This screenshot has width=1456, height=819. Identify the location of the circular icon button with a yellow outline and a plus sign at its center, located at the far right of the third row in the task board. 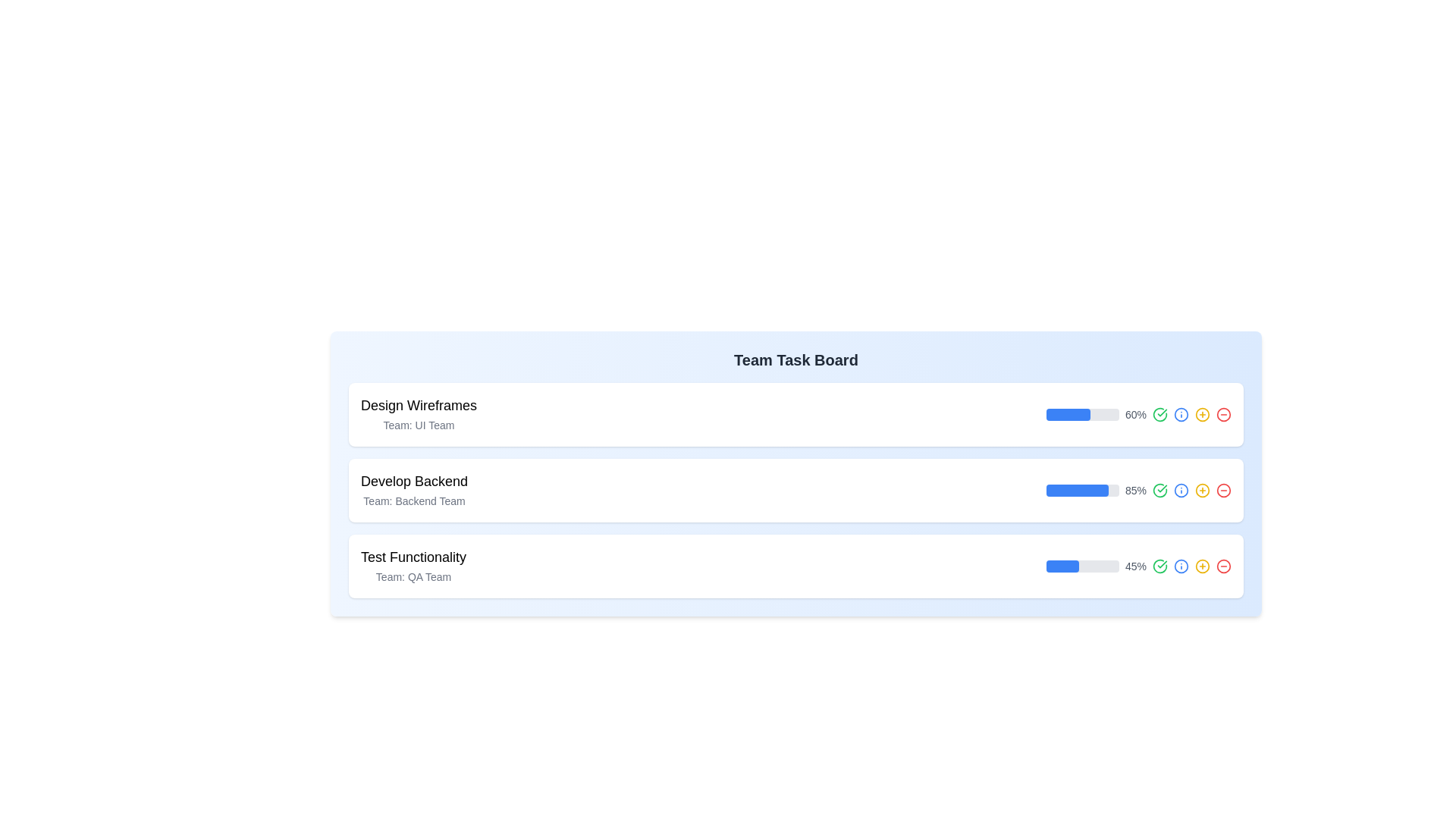
(1201, 566).